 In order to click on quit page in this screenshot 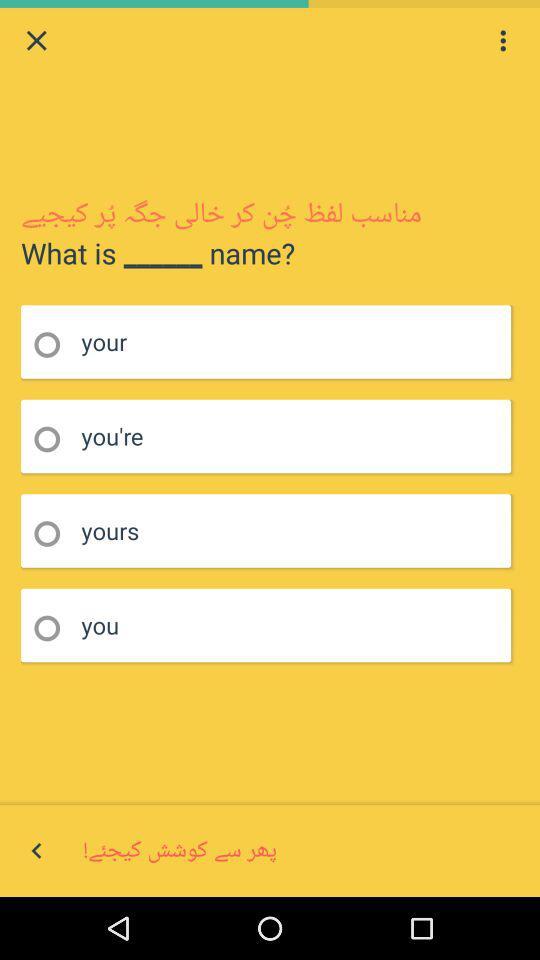, I will do `click(36, 39)`.